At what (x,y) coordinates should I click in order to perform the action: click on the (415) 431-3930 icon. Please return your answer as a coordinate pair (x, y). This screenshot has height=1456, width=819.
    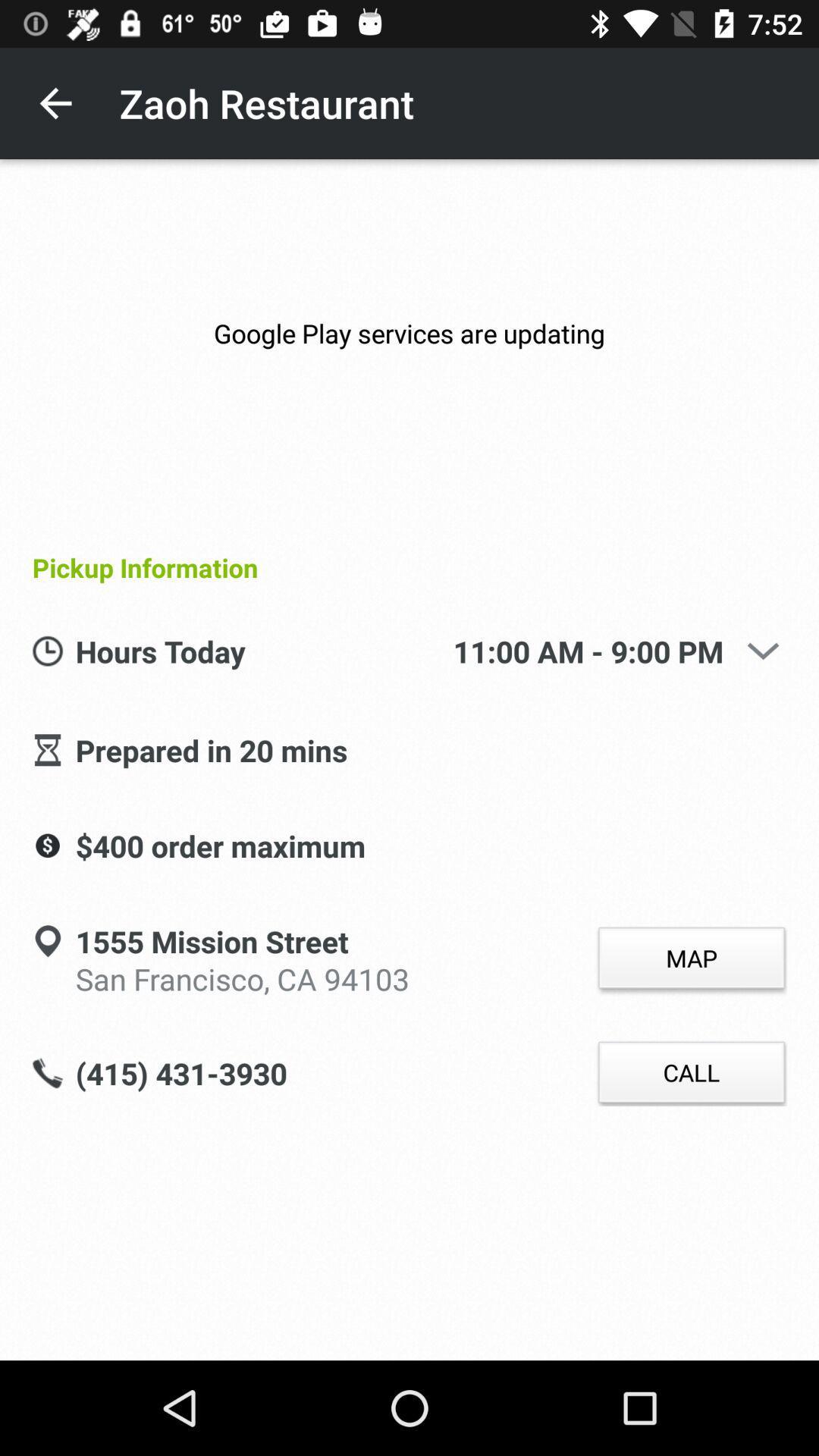
    Looking at the image, I should click on (180, 1074).